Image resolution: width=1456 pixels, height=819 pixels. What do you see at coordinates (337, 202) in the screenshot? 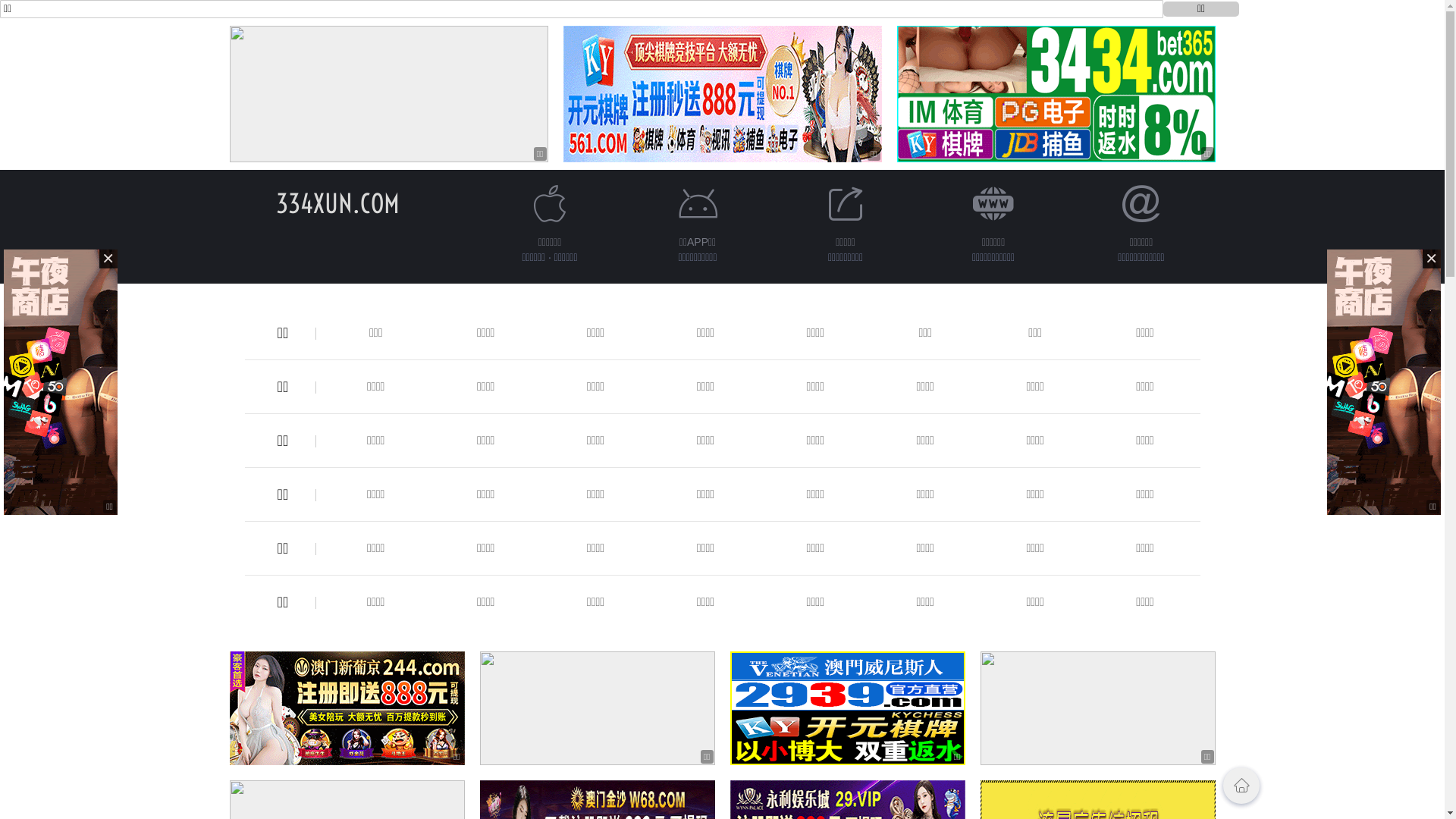
I see `'334XUN.COM'` at bounding box center [337, 202].